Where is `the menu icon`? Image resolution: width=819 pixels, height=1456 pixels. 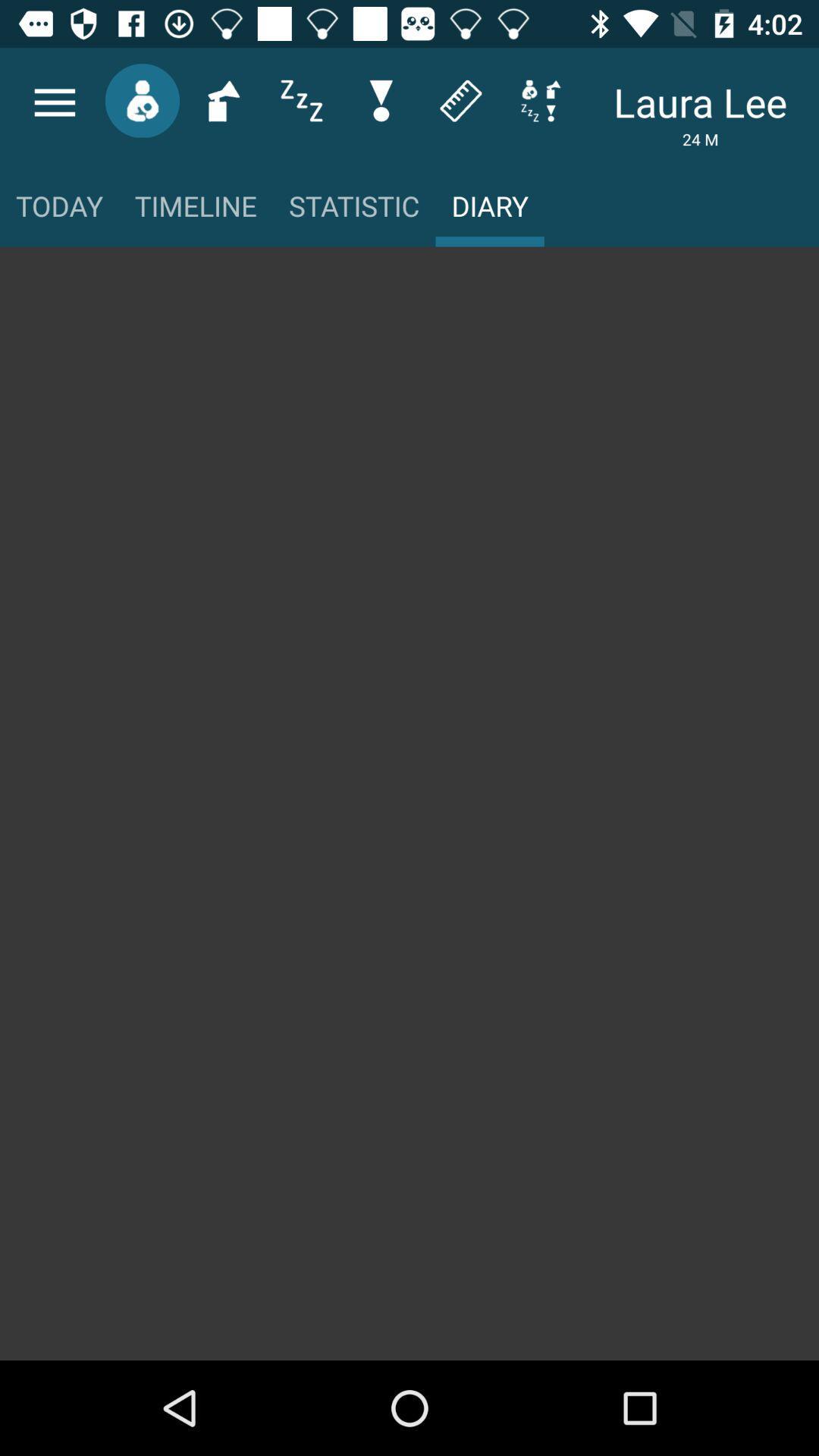 the menu icon is located at coordinates (54, 102).